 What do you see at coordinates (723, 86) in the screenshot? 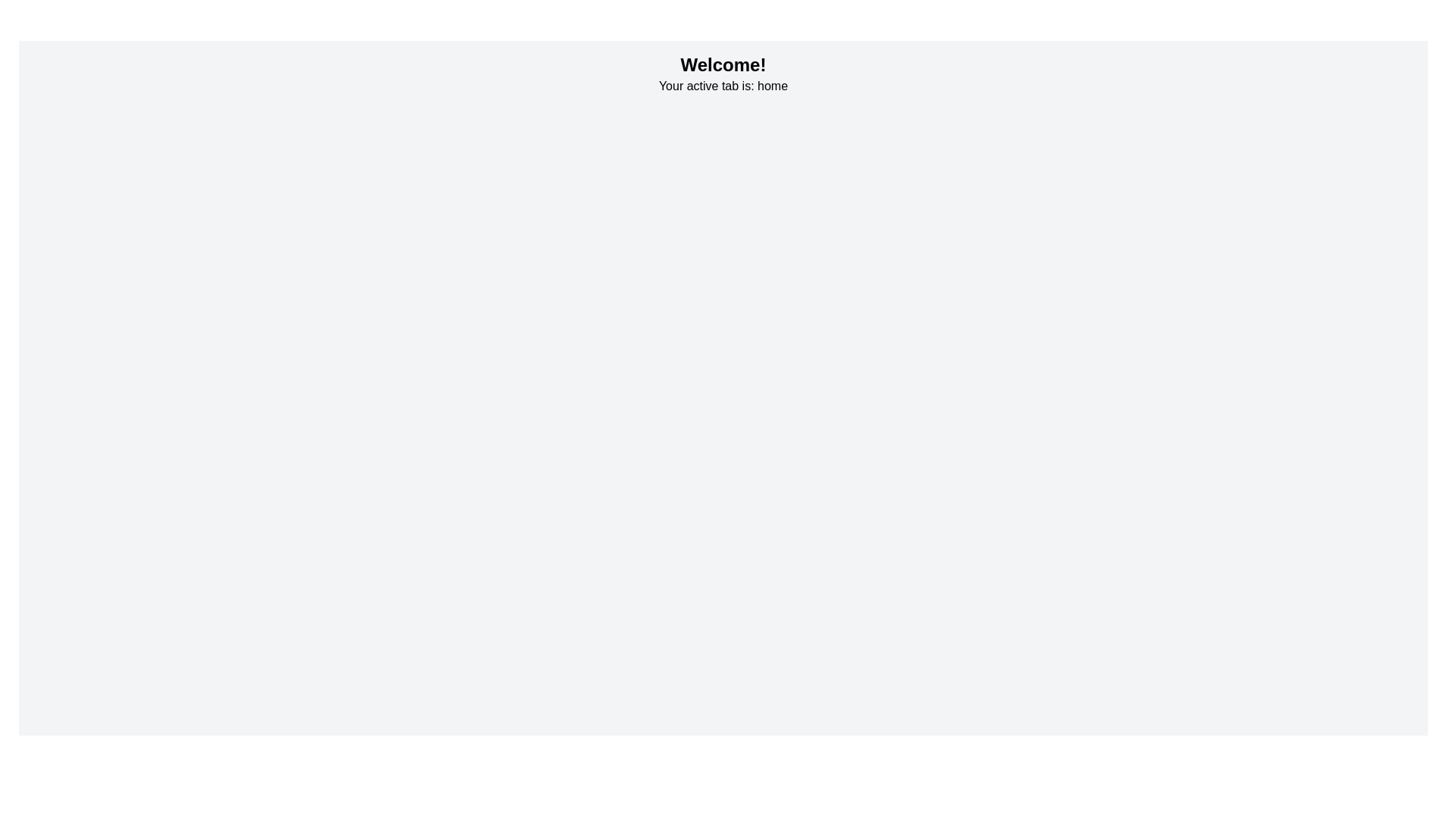
I see `text element displaying the message 'Your active tab is: home', located below the 'Welcome!' message in the top central region of the interface` at bounding box center [723, 86].